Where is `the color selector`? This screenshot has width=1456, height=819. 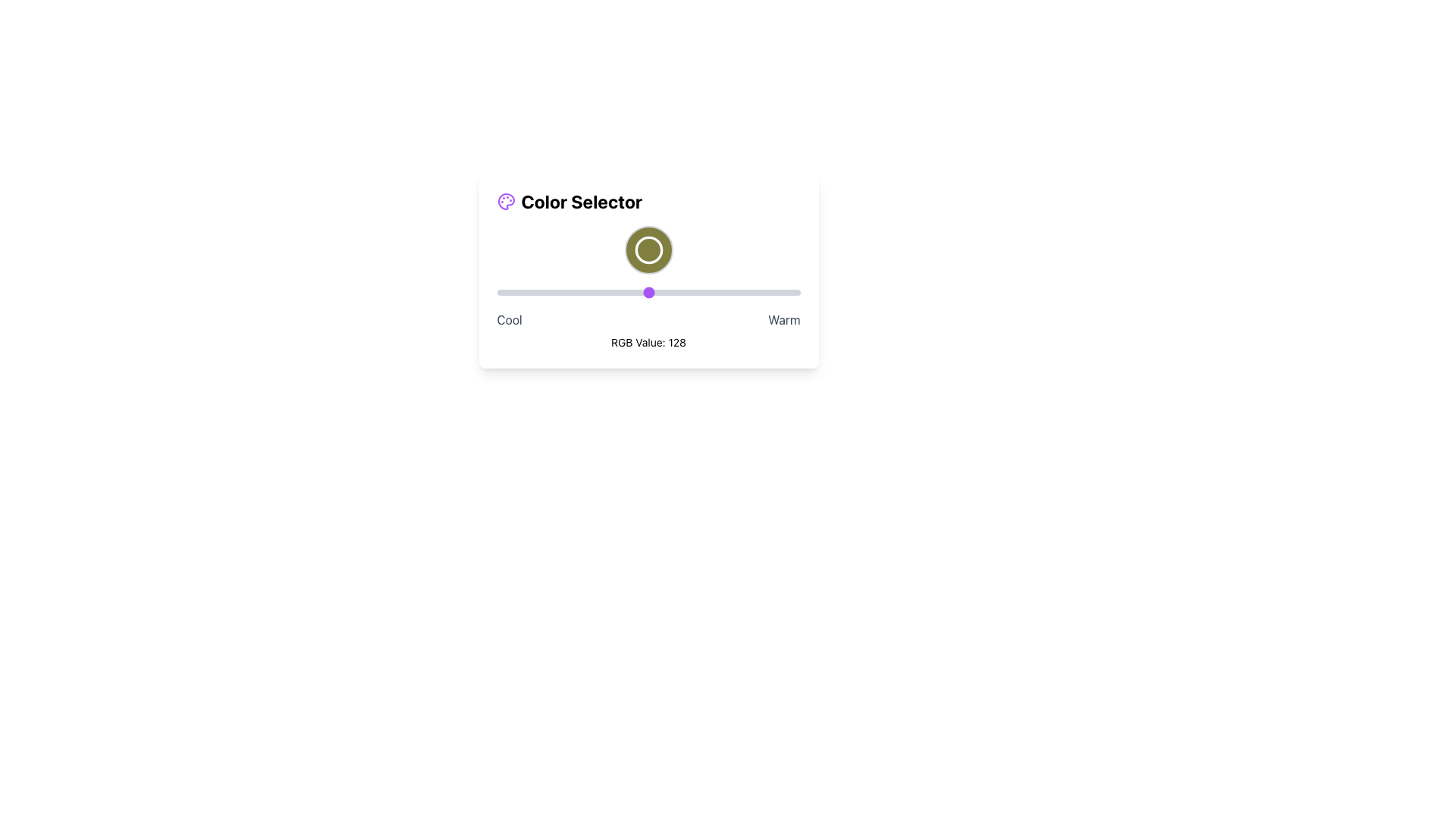 the color selector is located at coordinates (768, 292).